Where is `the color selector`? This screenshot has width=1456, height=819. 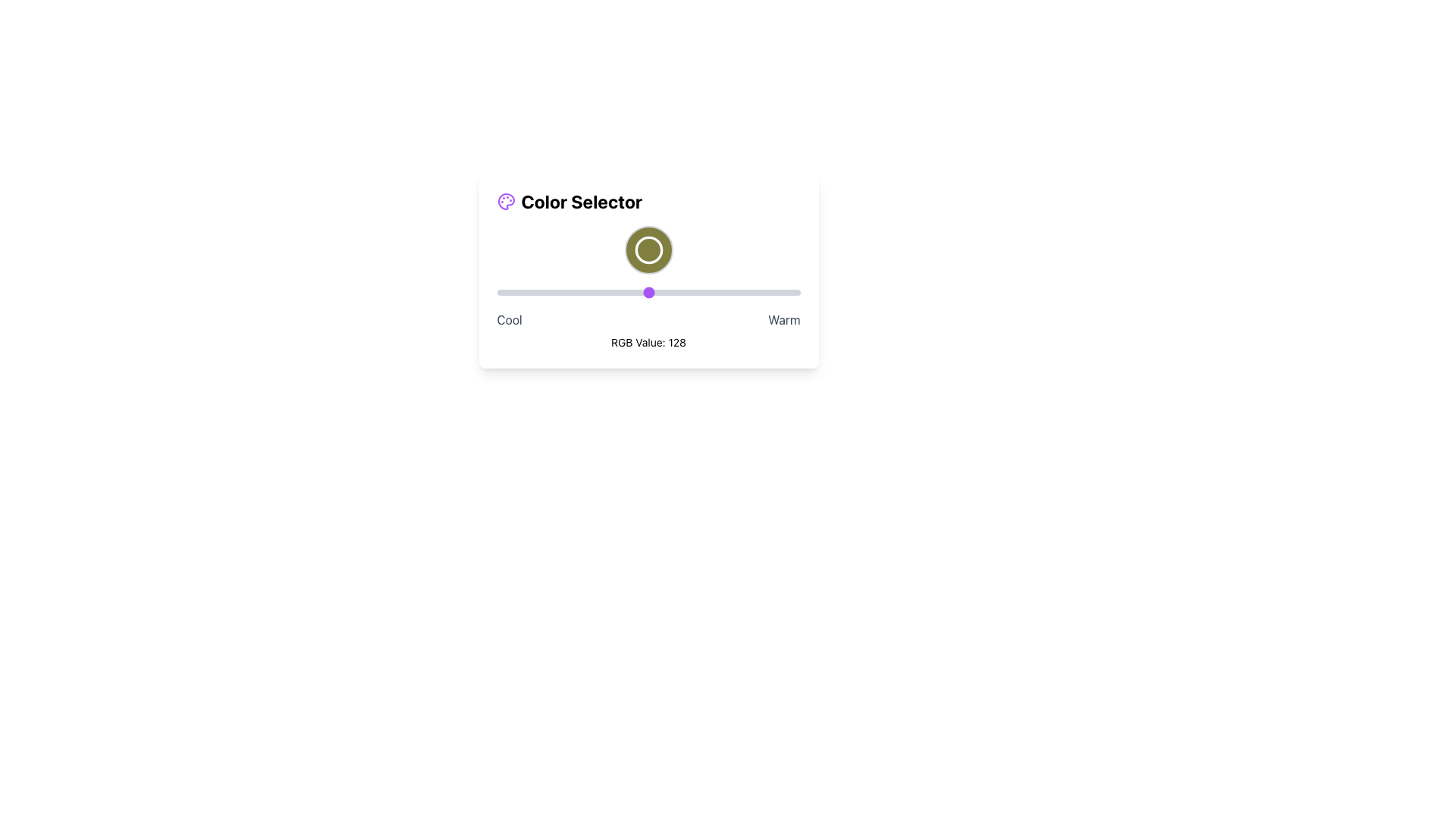 the color selector is located at coordinates (768, 292).